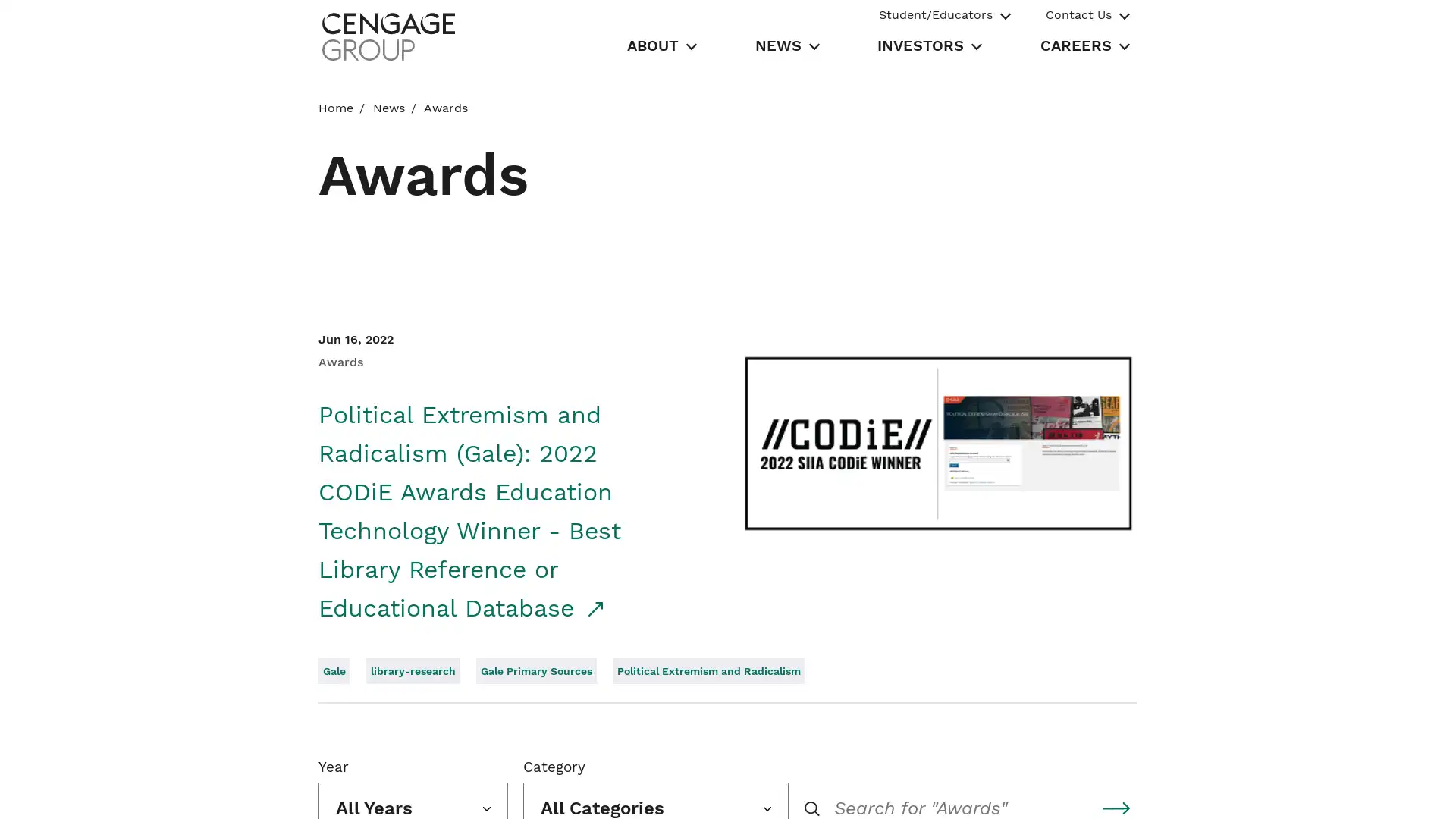 The image size is (1456, 819). Describe the element at coordinates (1169, 789) in the screenshot. I see `Accept` at that location.